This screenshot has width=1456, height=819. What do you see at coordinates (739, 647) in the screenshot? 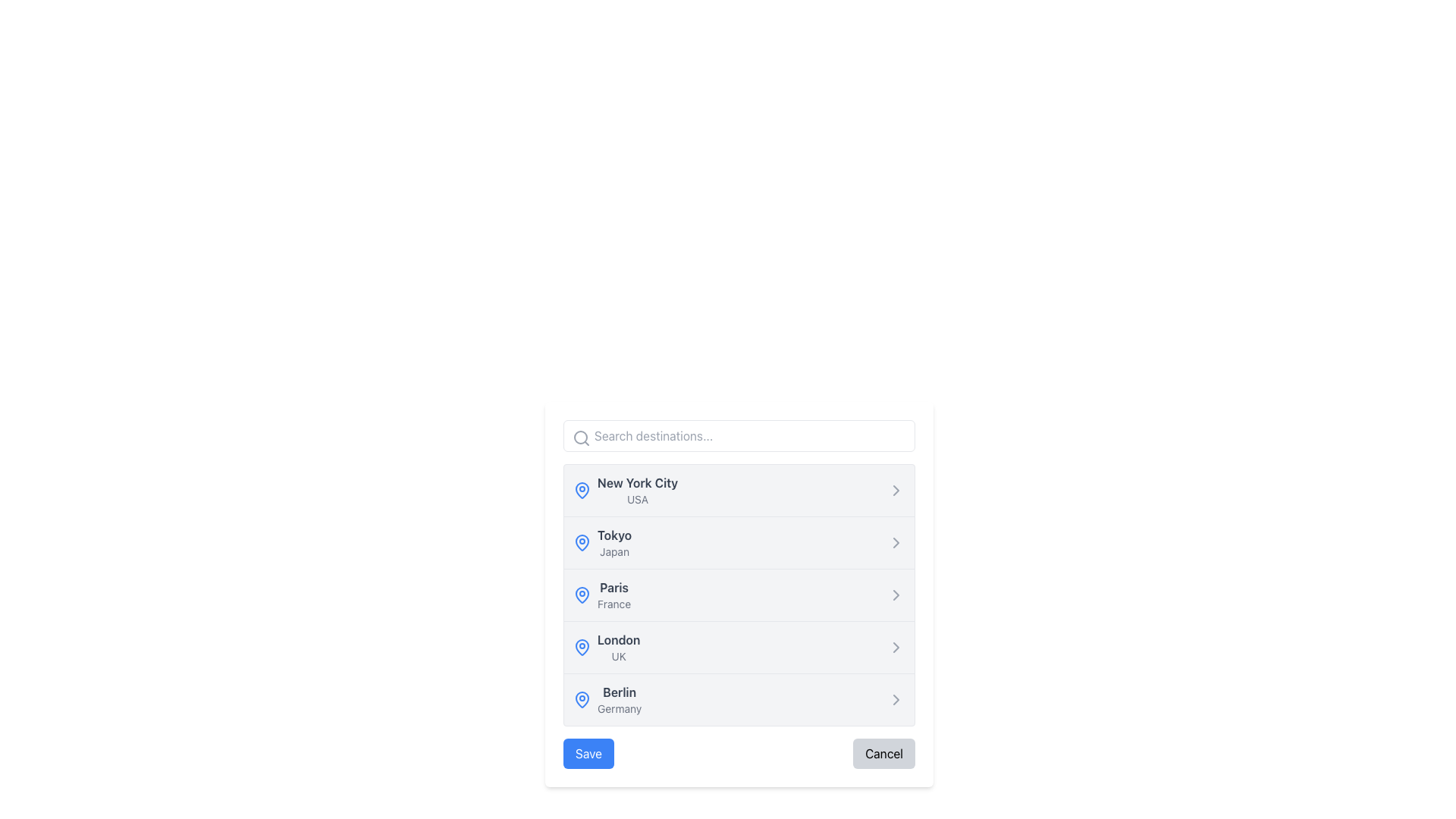
I see `the fourth list item labeled 'London, UK'` at bounding box center [739, 647].